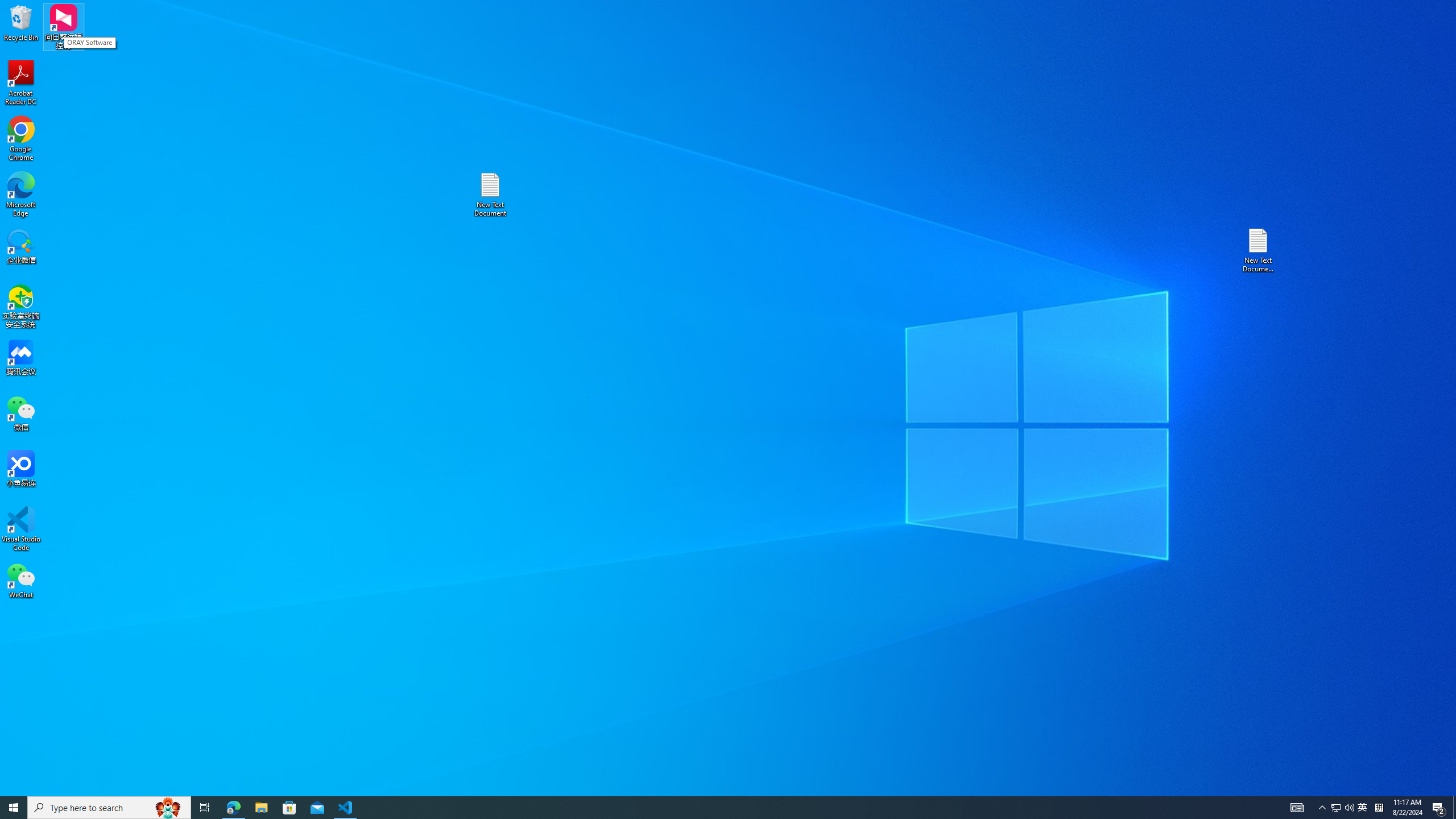 The image size is (1456, 819). I want to click on 'Search highlights icon opens search home window', so click(167, 806).